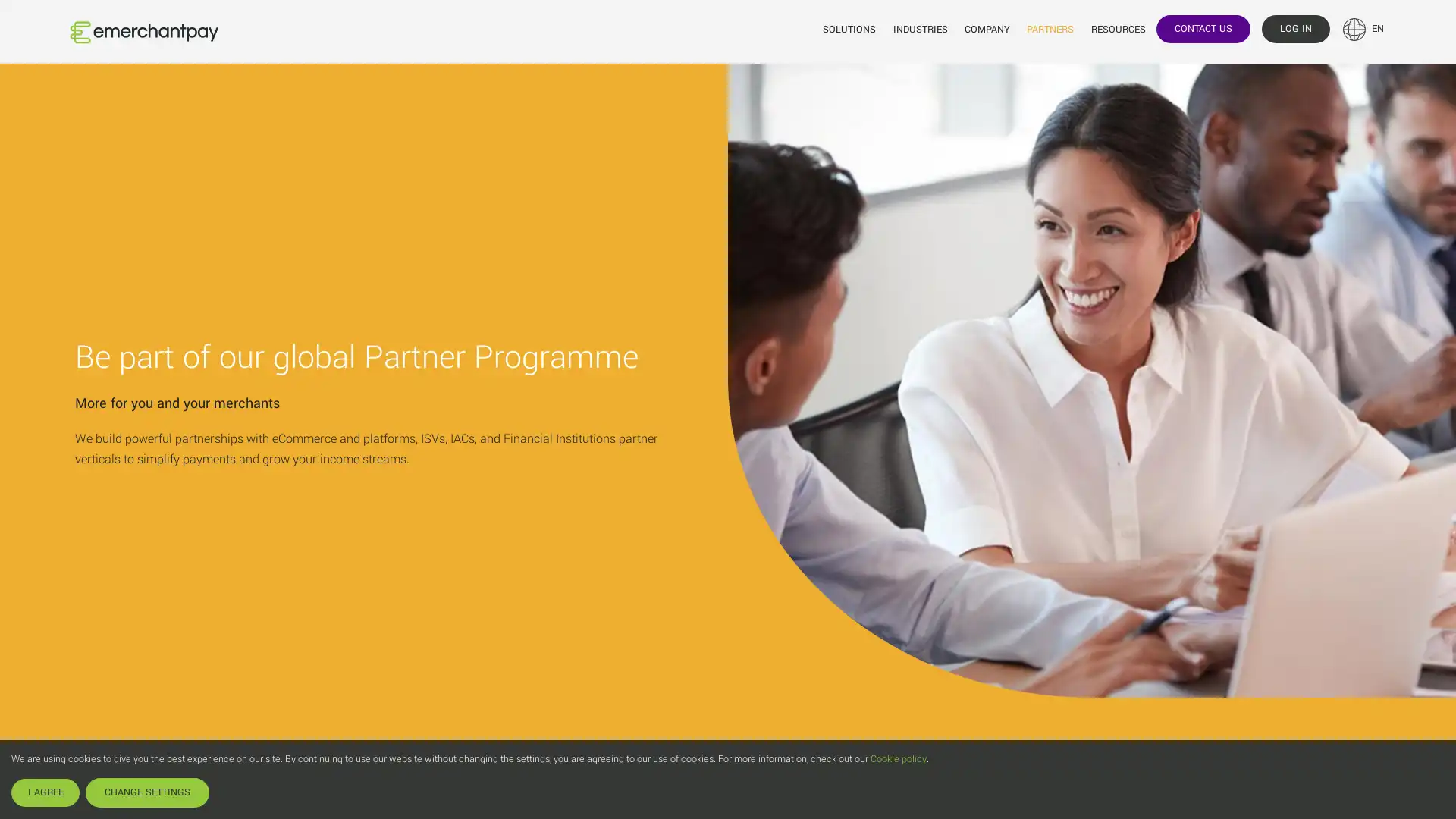  What do you see at coordinates (45, 792) in the screenshot?
I see `I AGREE` at bounding box center [45, 792].